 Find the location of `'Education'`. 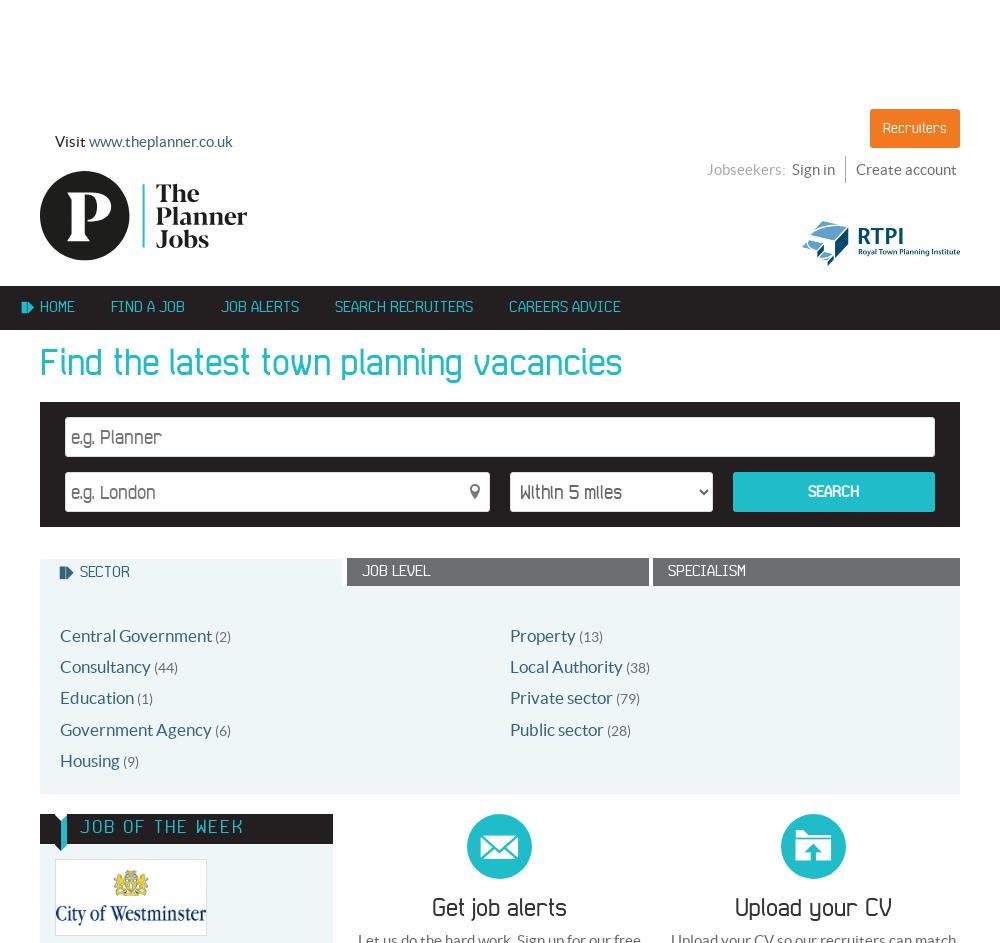

'Education' is located at coordinates (96, 697).